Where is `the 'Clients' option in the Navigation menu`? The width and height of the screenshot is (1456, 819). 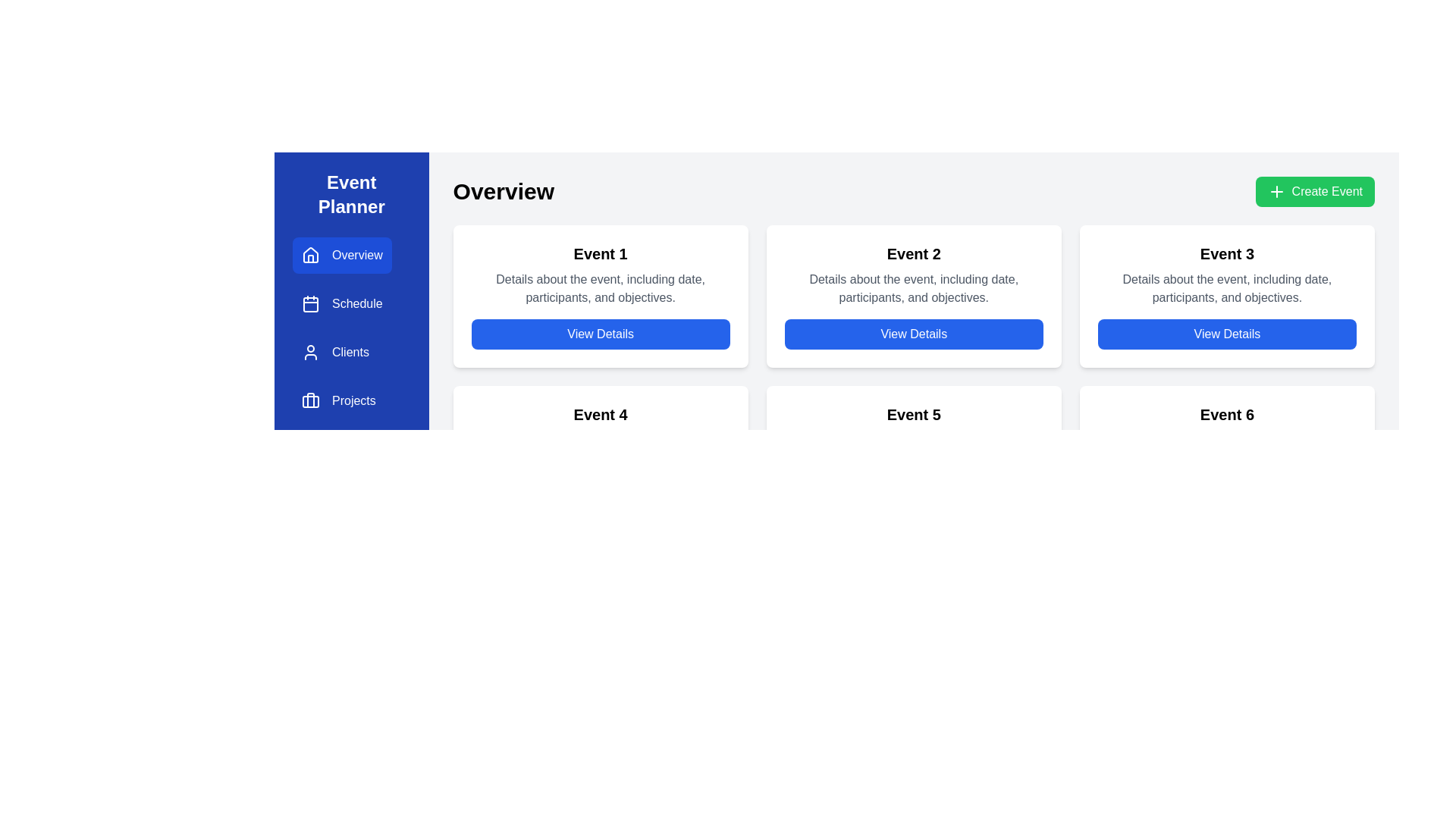 the 'Clients' option in the Navigation menu is located at coordinates (341, 353).